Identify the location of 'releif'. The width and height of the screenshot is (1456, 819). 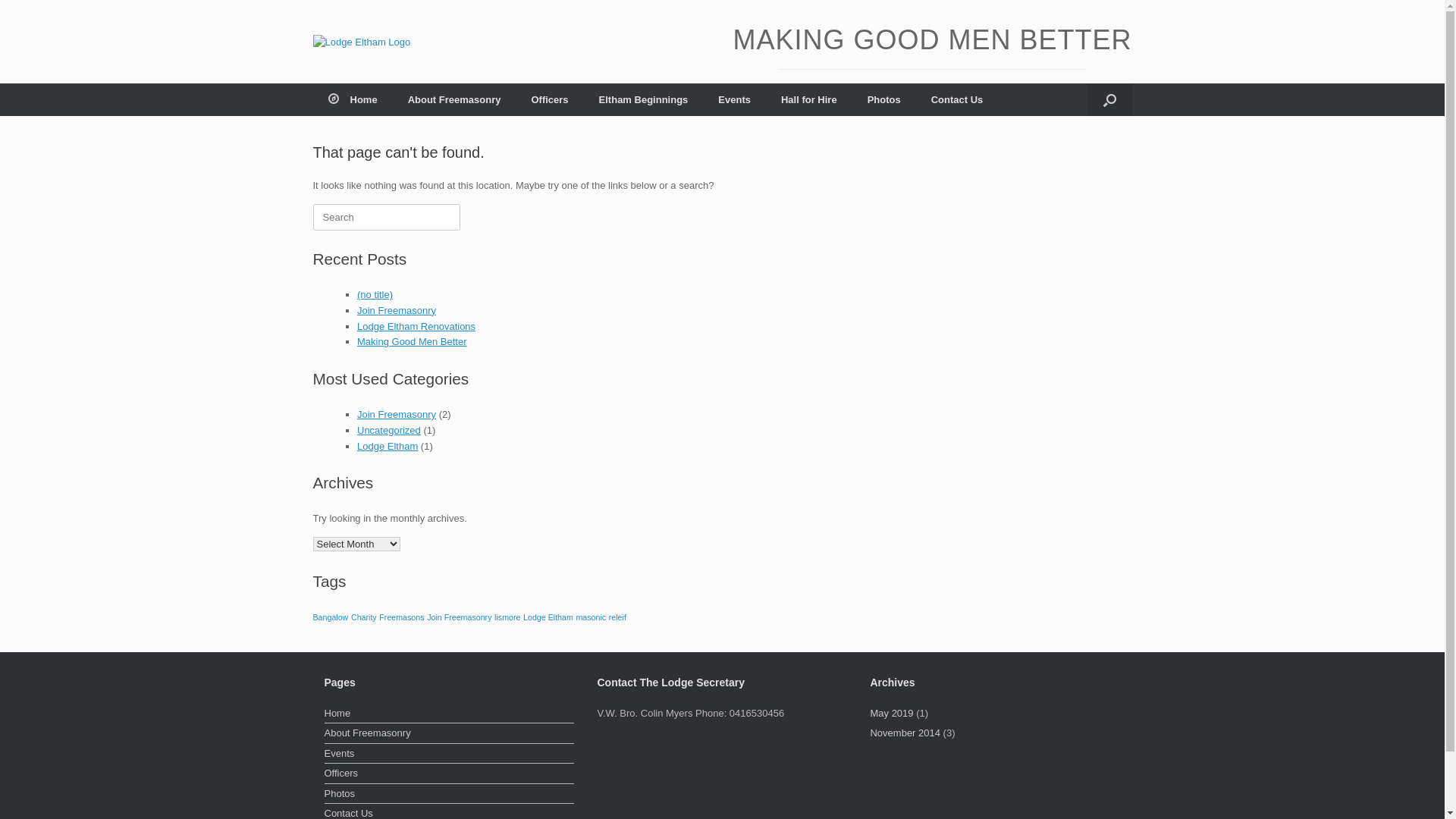
(617, 617).